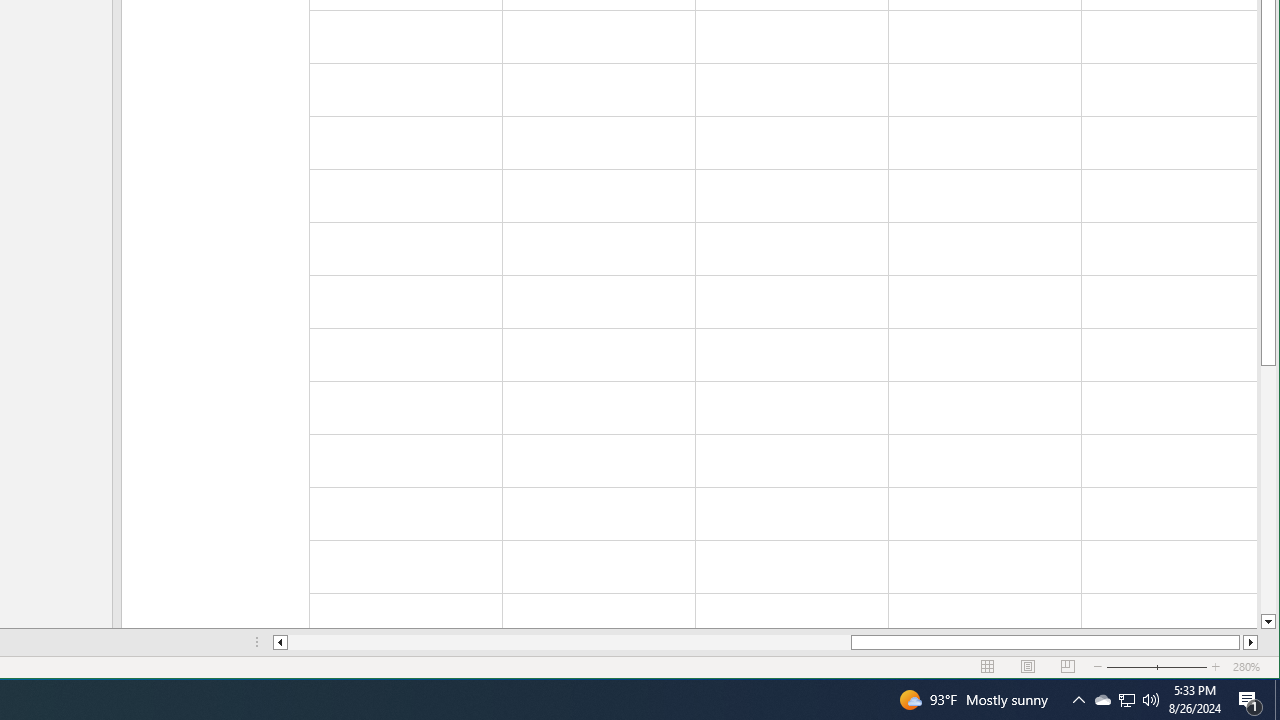 Image resolution: width=1280 pixels, height=720 pixels. What do you see at coordinates (1250, 698) in the screenshot?
I see `'Action Center, 1 new notification'` at bounding box center [1250, 698].